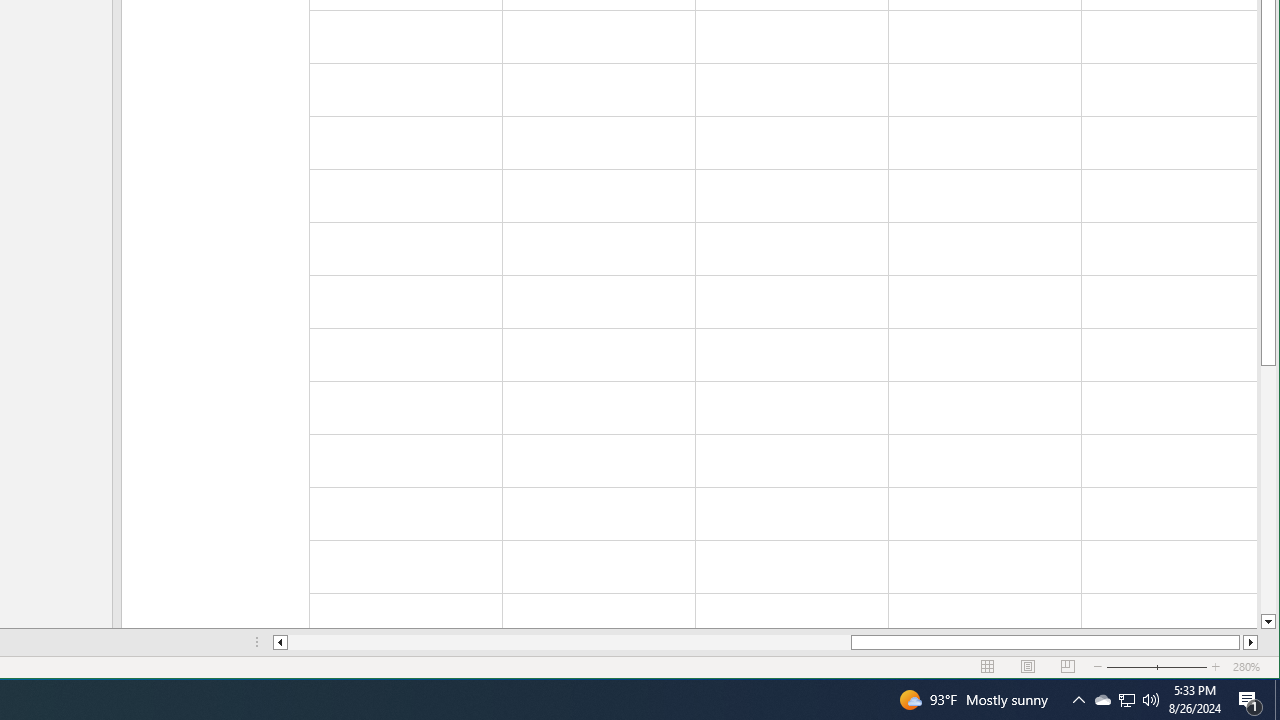 Image resolution: width=1280 pixels, height=720 pixels. What do you see at coordinates (1250, 698) in the screenshot?
I see `'Action Center, 1 new notification'` at bounding box center [1250, 698].